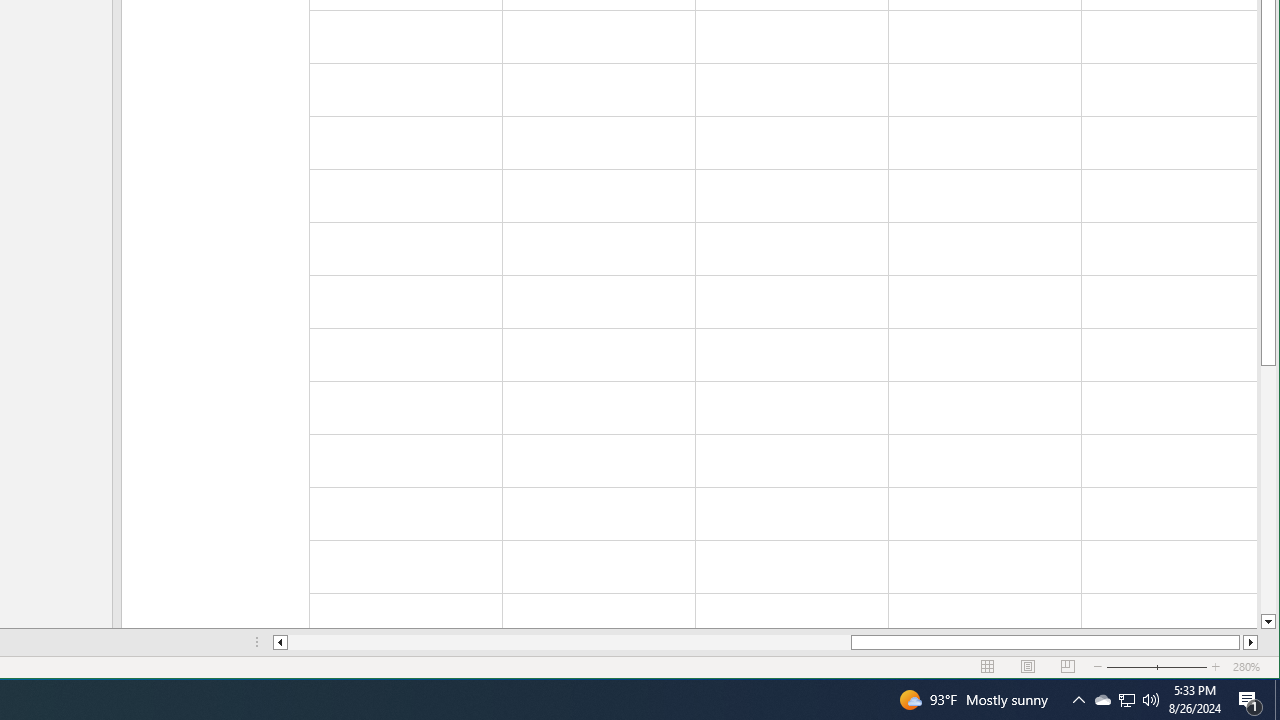 Image resolution: width=1280 pixels, height=720 pixels. What do you see at coordinates (1250, 698) in the screenshot?
I see `'Action Center, 1 new notification'` at bounding box center [1250, 698].